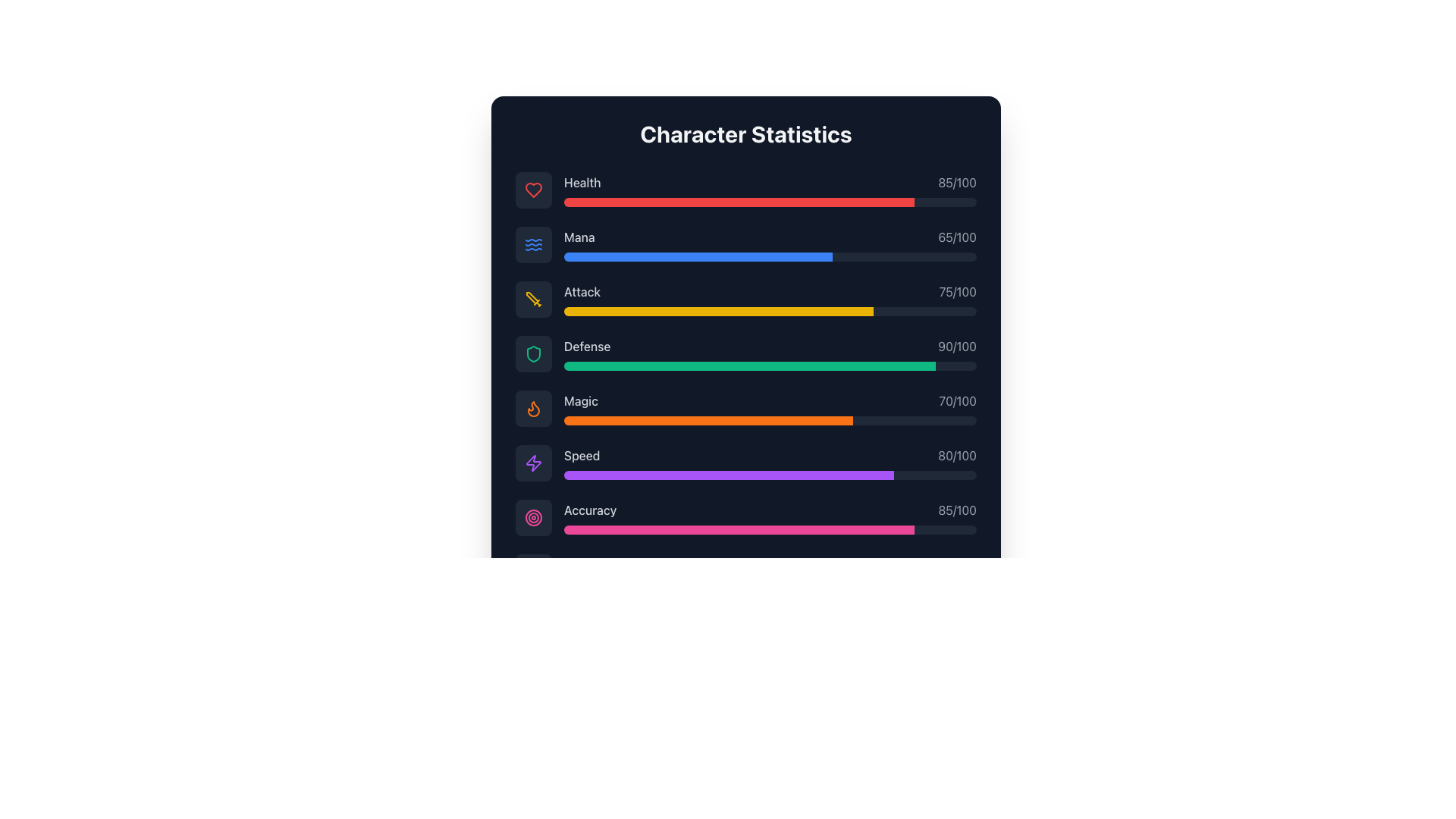 Image resolution: width=1456 pixels, height=819 pixels. I want to click on the concentric circle icon with pink rings located at the rightmost part of the 'Accuracy' stat row in the character statistics, so click(534, 516).